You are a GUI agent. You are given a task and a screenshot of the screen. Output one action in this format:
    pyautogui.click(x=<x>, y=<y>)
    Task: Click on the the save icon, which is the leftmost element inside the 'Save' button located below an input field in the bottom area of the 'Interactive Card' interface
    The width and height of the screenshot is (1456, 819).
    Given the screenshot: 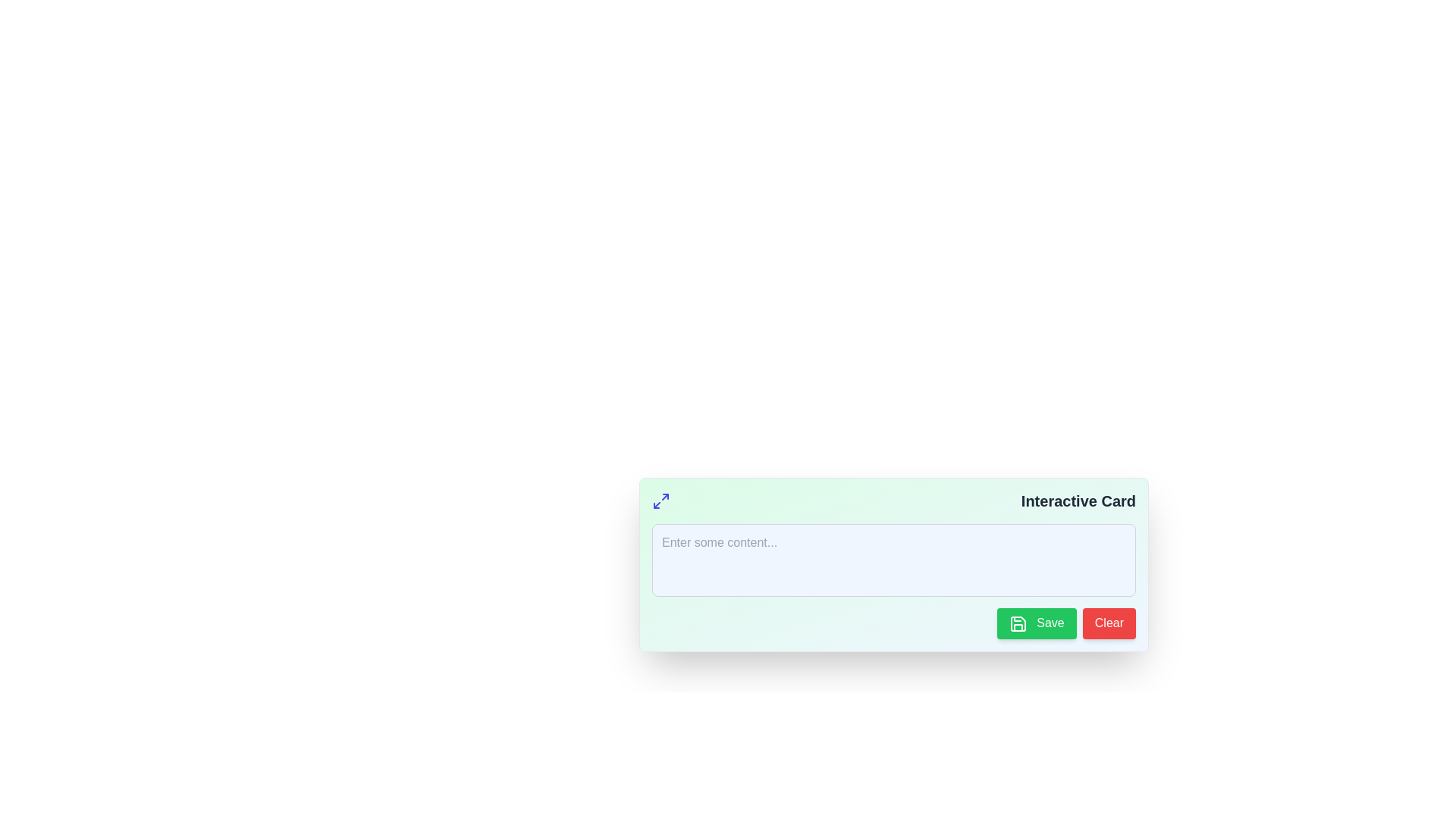 What is the action you would take?
    pyautogui.click(x=1018, y=623)
    